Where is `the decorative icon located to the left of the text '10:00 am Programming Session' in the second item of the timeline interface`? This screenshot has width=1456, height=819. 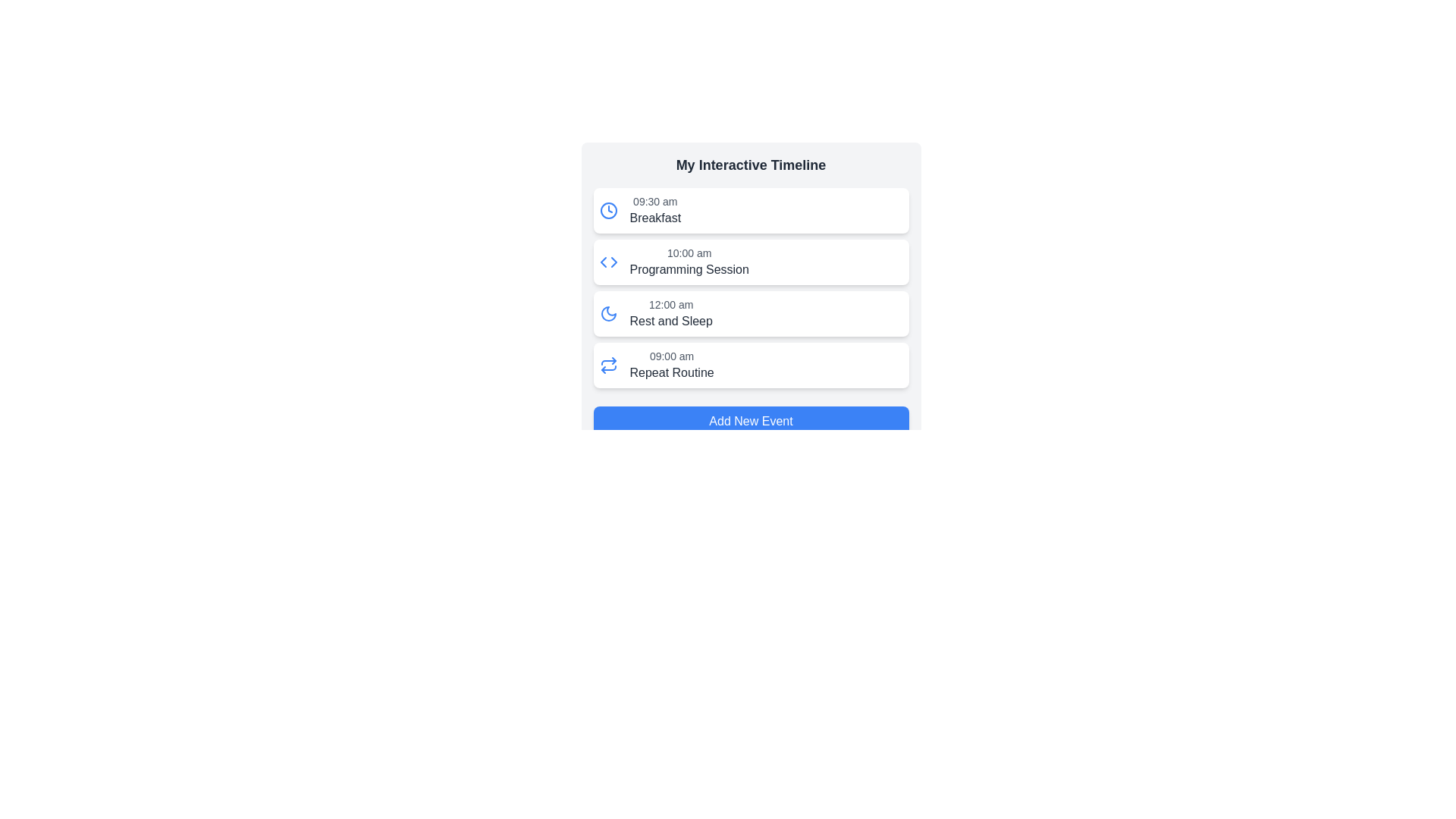
the decorative icon located to the left of the text '10:00 am Programming Session' in the second item of the timeline interface is located at coordinates (608, 262).